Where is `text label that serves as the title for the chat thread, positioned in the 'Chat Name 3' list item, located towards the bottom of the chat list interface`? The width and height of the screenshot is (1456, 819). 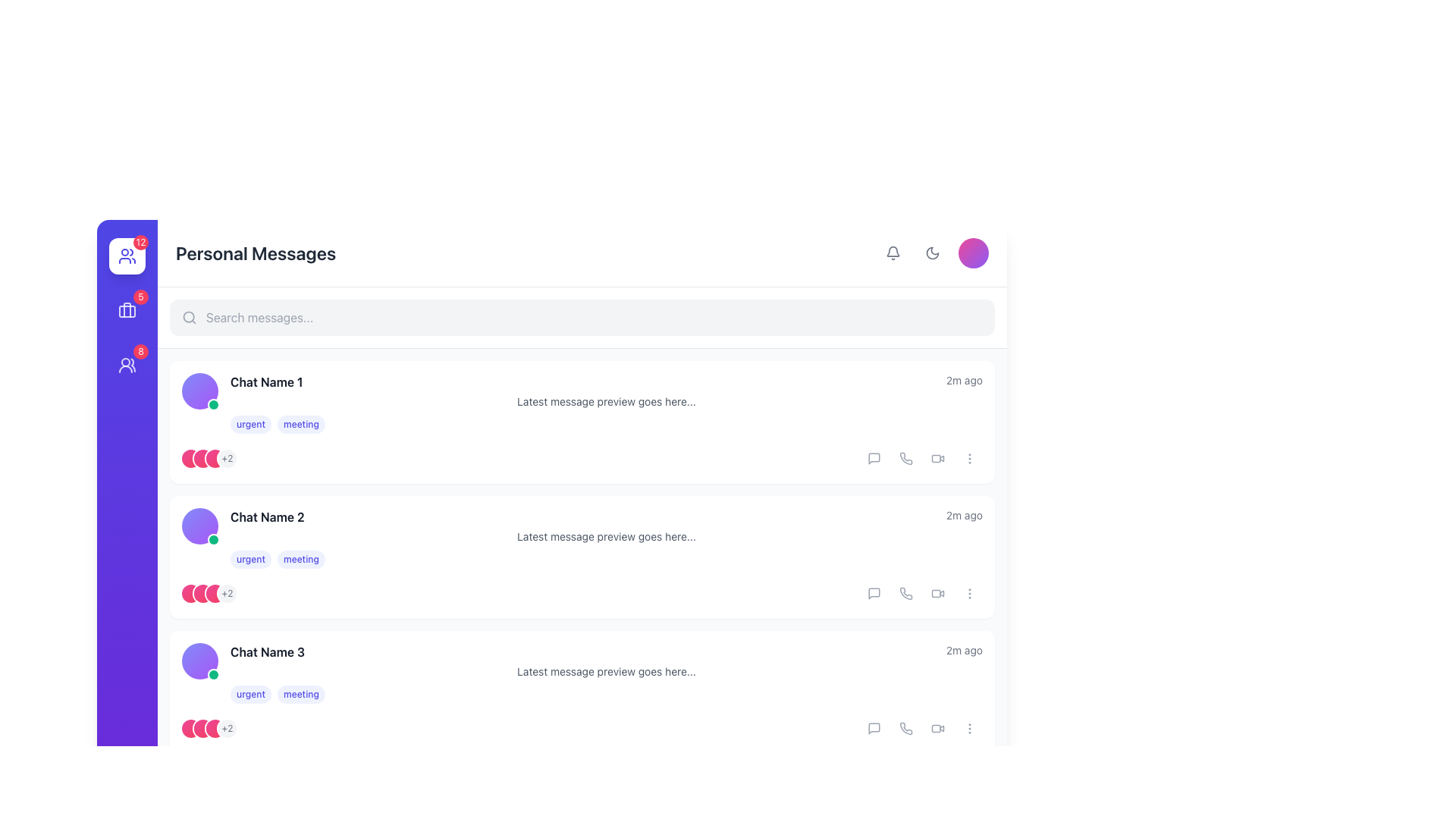 text label that serves as the title for the chat thread, positioned in the 'Chat Name 3' list item, located towards the bottom of the chat list interface is located at coordinates (268, 651).